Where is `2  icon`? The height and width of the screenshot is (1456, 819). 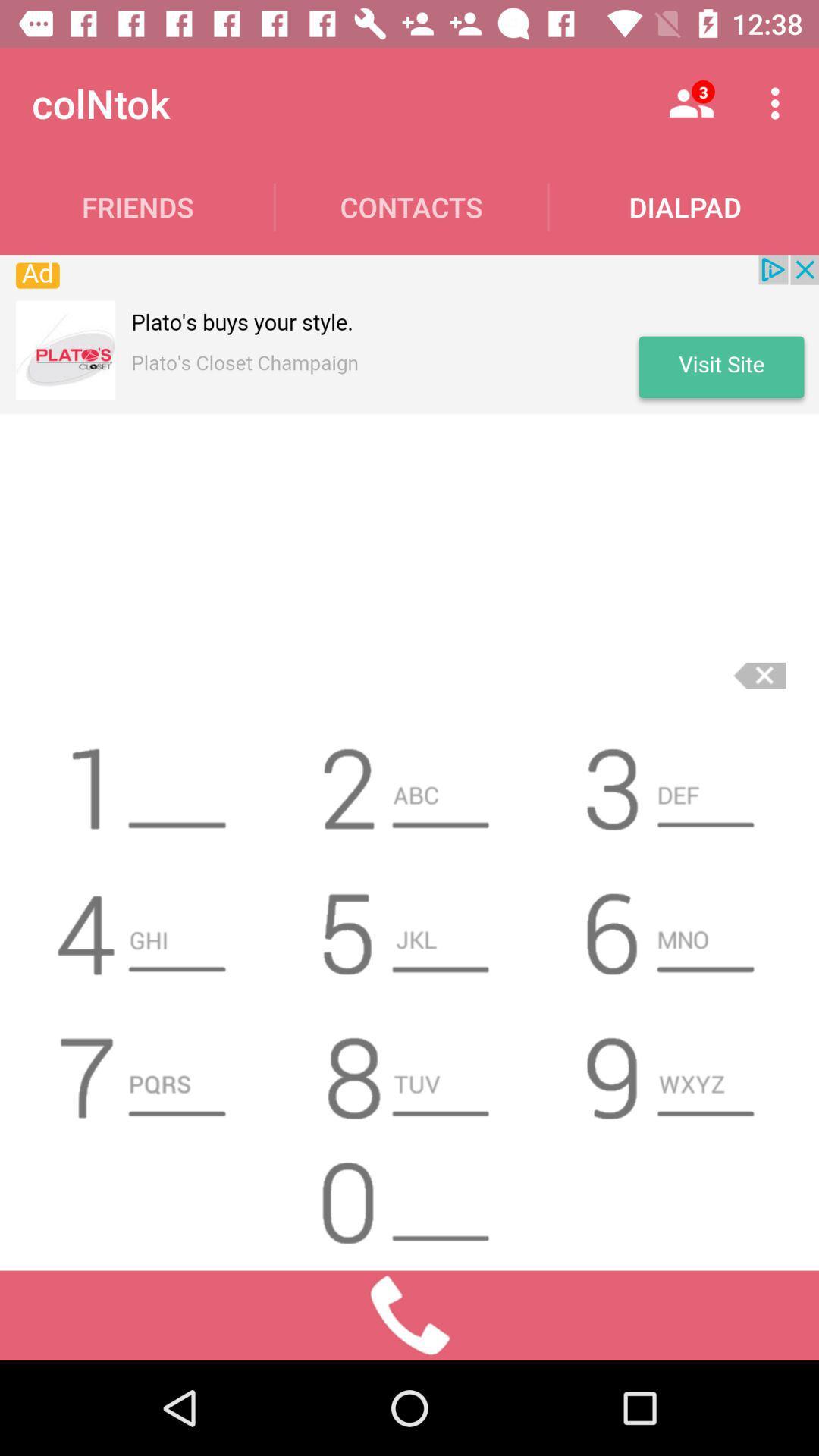
2  icon is located at coordinates (409, 783).